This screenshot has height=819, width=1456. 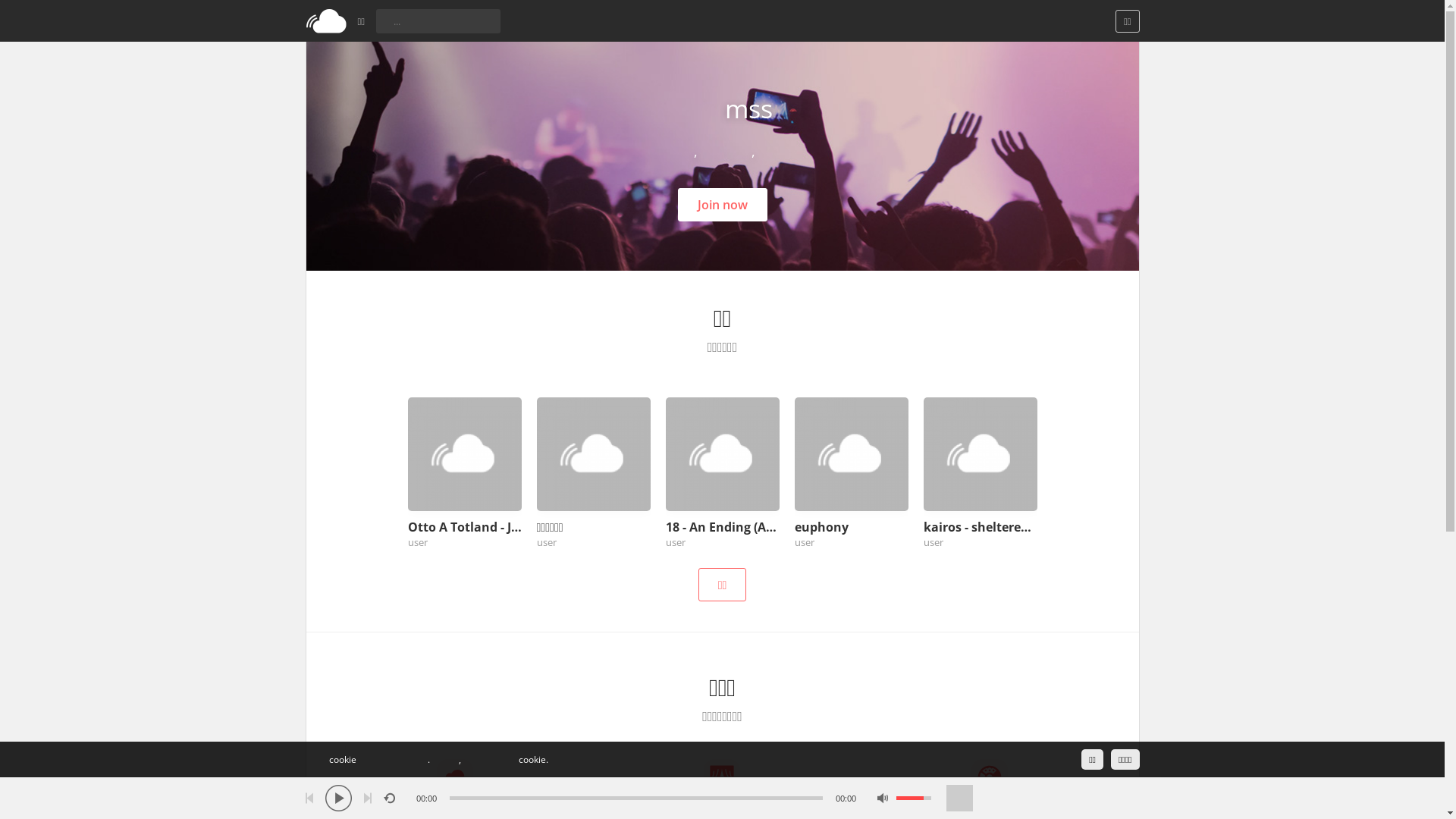 I want to click on 'Join now', so click(x=722, y=205).